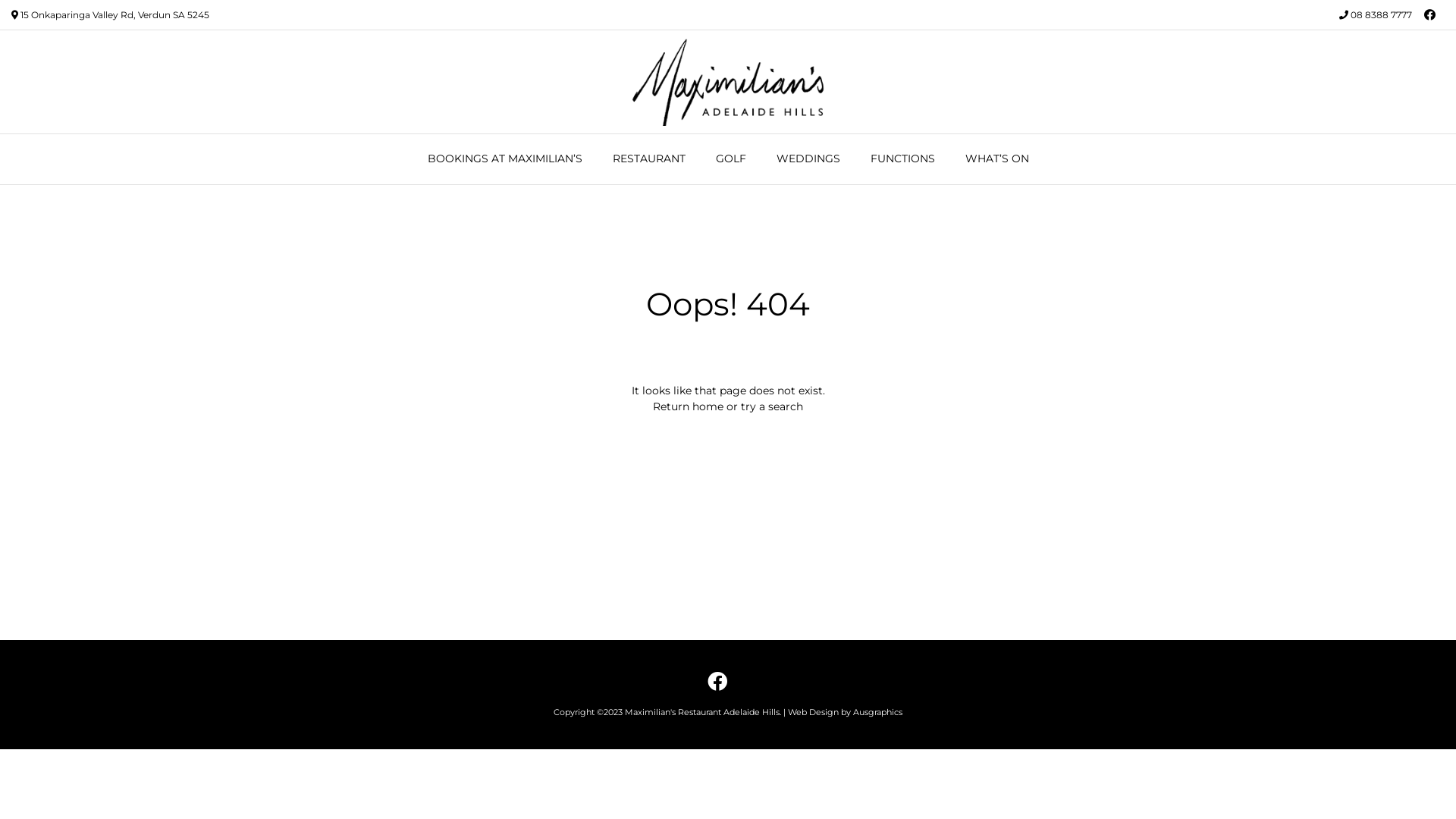 The width and height of the screenshot is (1456, 819). Describe the element at coordinates (0, 0) in the screenshot. I see `'Skip to content'` at that location.